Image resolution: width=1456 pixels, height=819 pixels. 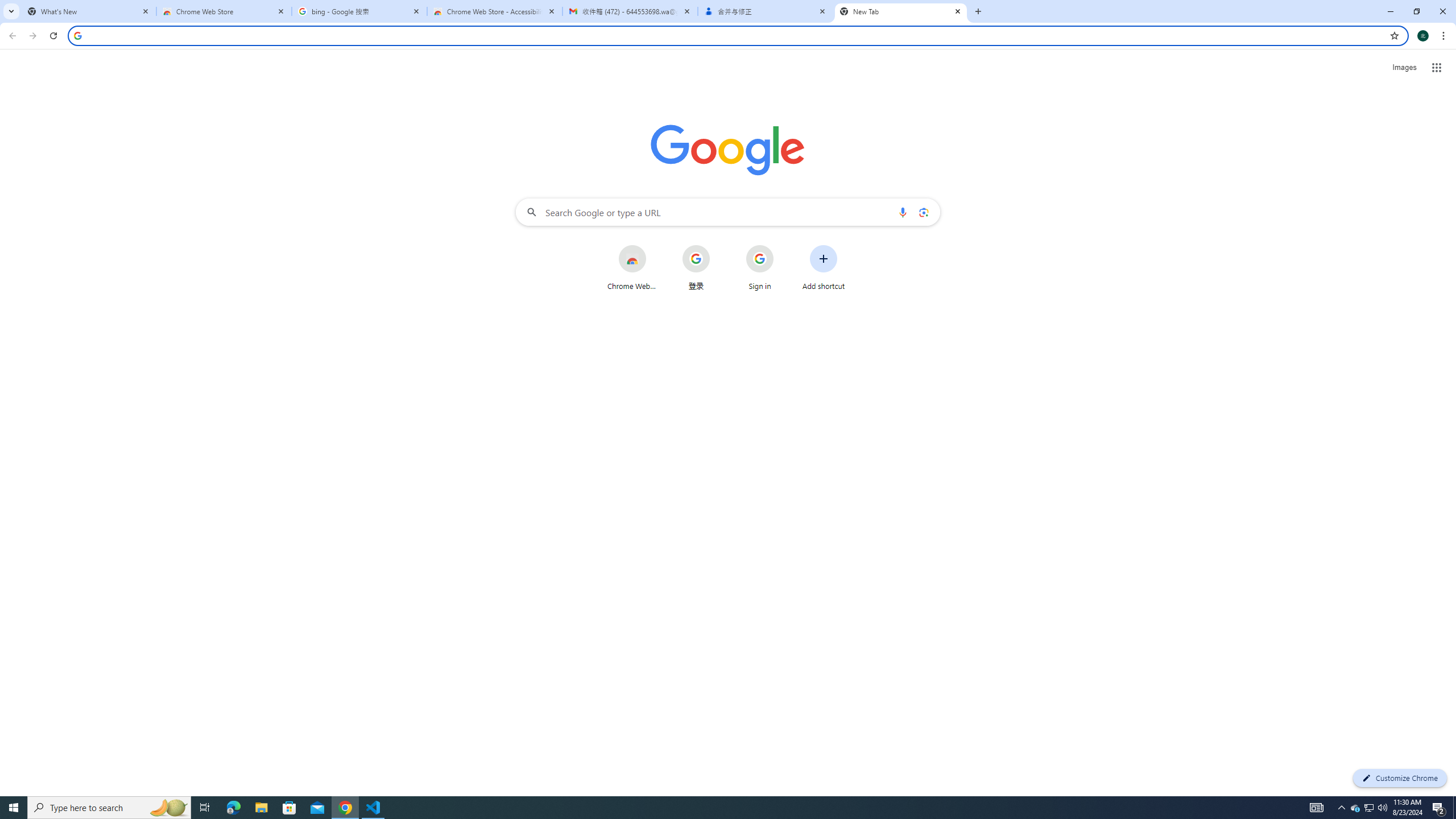 I want to click on 'What', so click(x=88, y=11).